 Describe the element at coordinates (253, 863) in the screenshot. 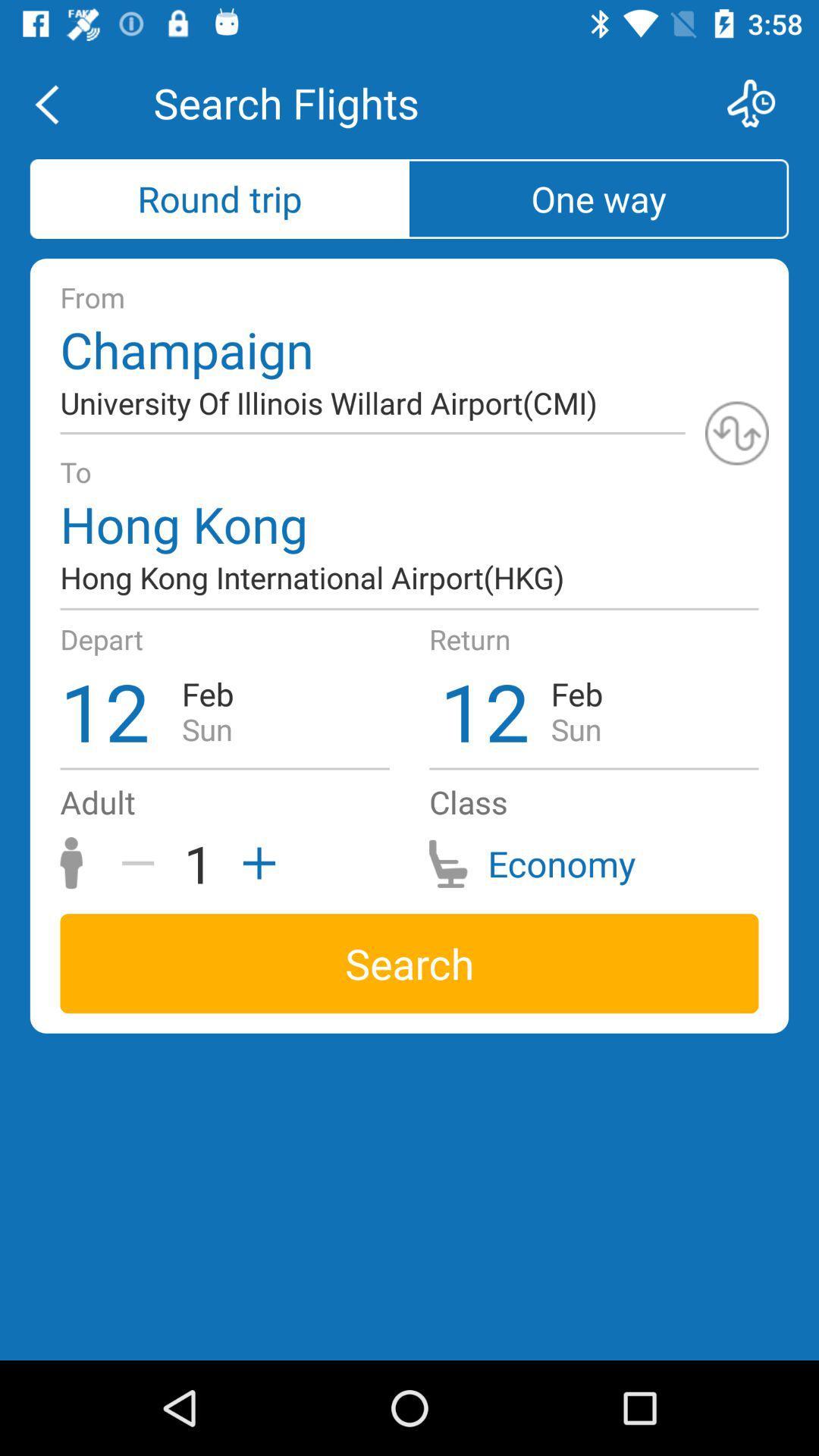

I see `the add icon` at that location.